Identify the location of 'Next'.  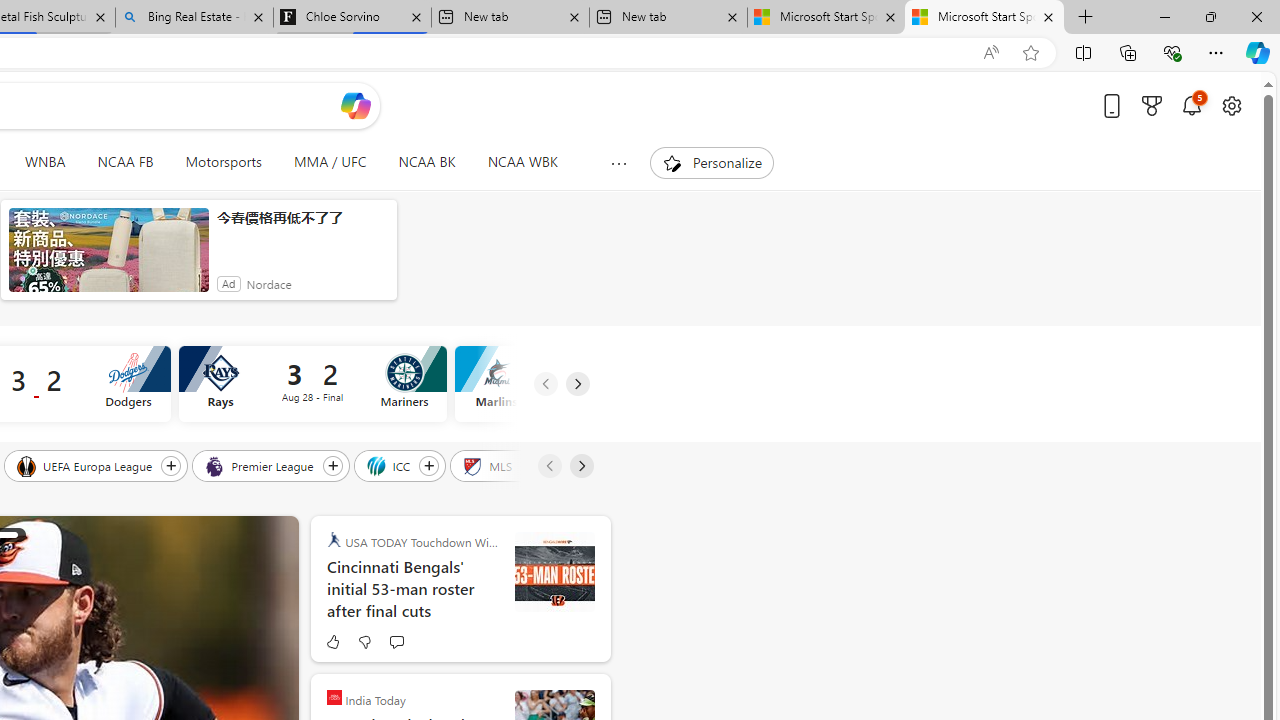
(580, 465).